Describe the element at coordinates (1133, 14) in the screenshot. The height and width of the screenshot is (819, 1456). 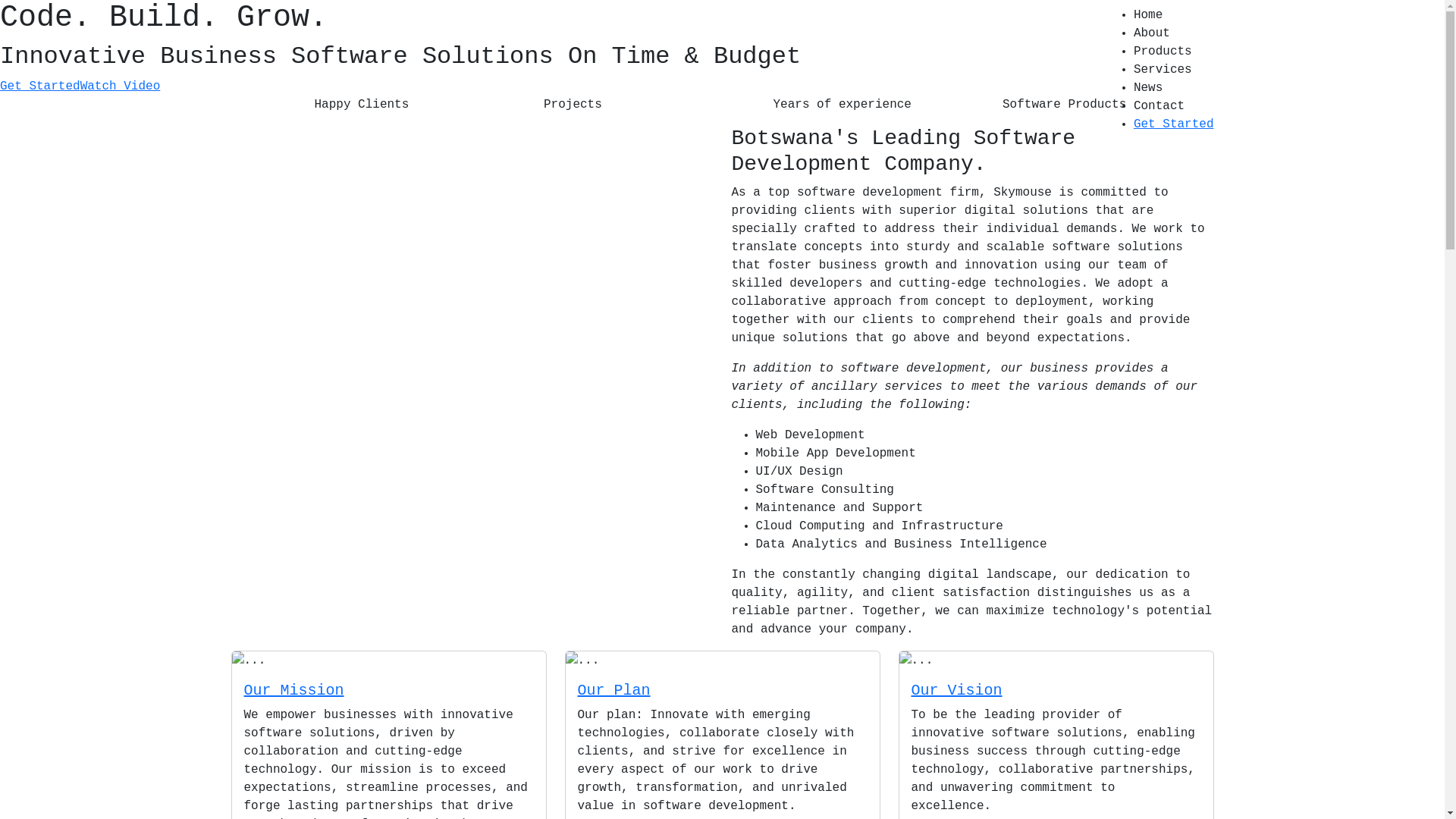
I see `'Home'` at that location.